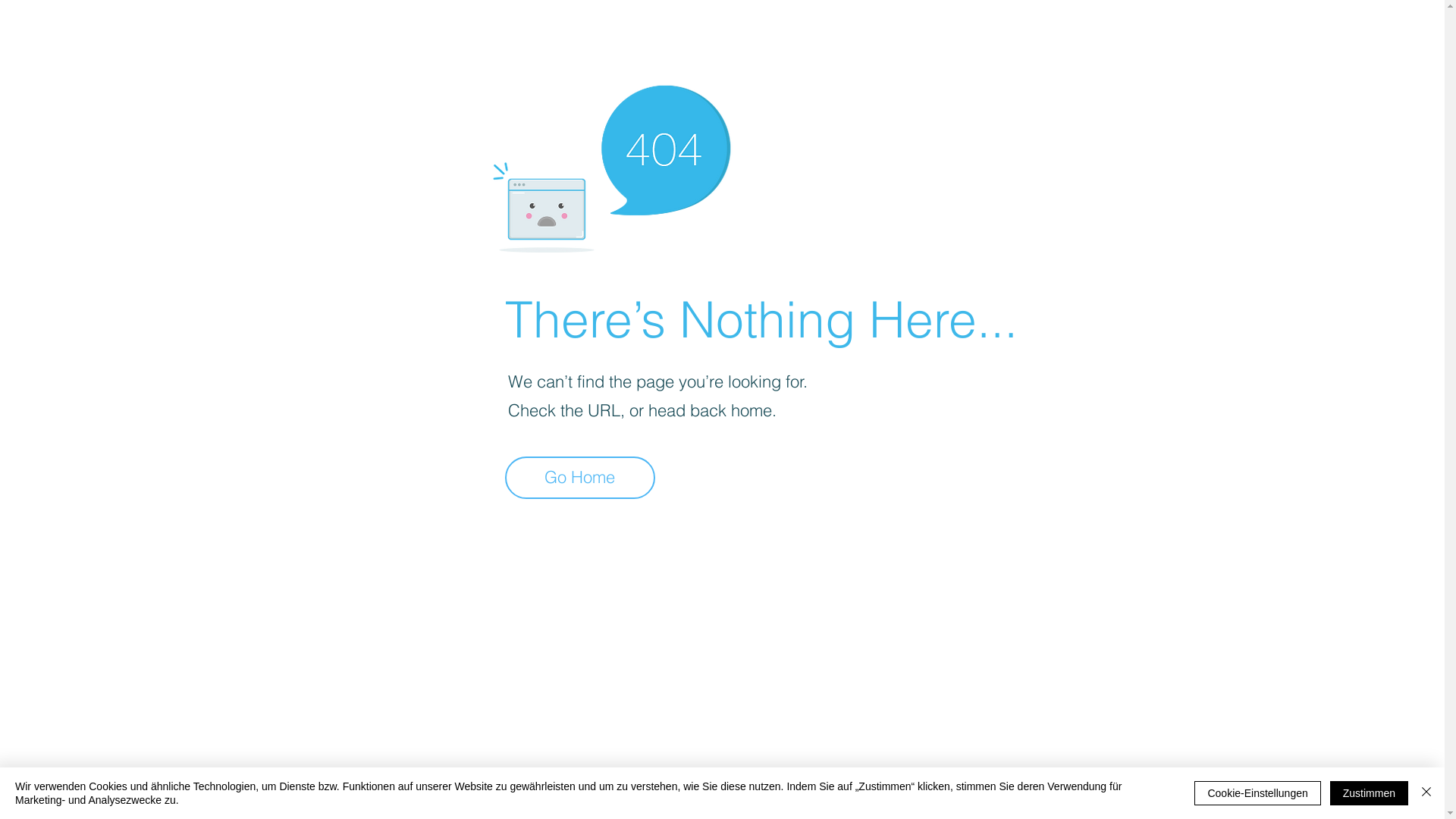  Describe the element at coordinates (505, 476) in the screenshot. I see `'Go Home'` at that location.